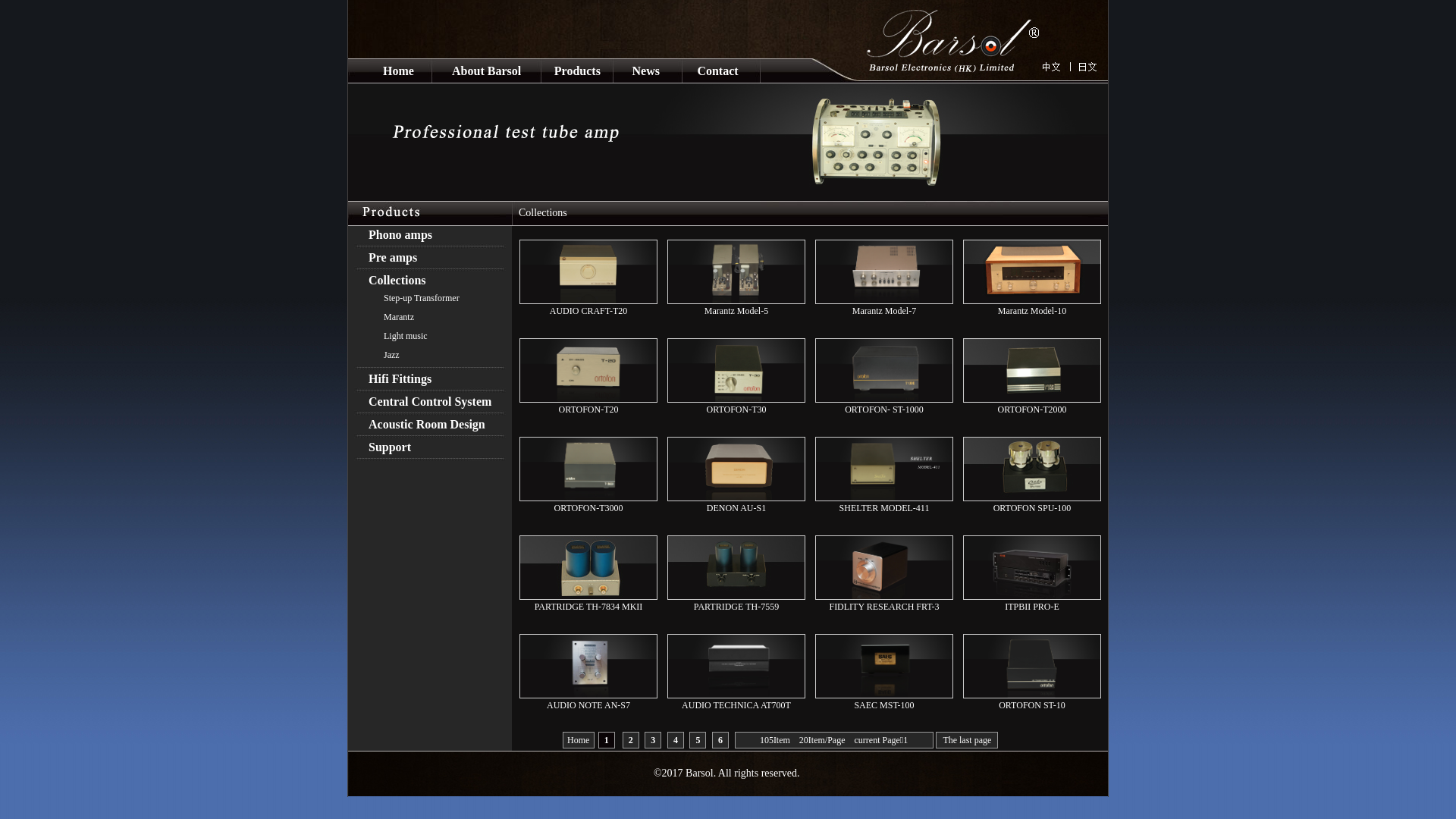 Image resolution: width=1456 pixels, height=819 pixels. I want to click on 'Home', so click(398, 70).